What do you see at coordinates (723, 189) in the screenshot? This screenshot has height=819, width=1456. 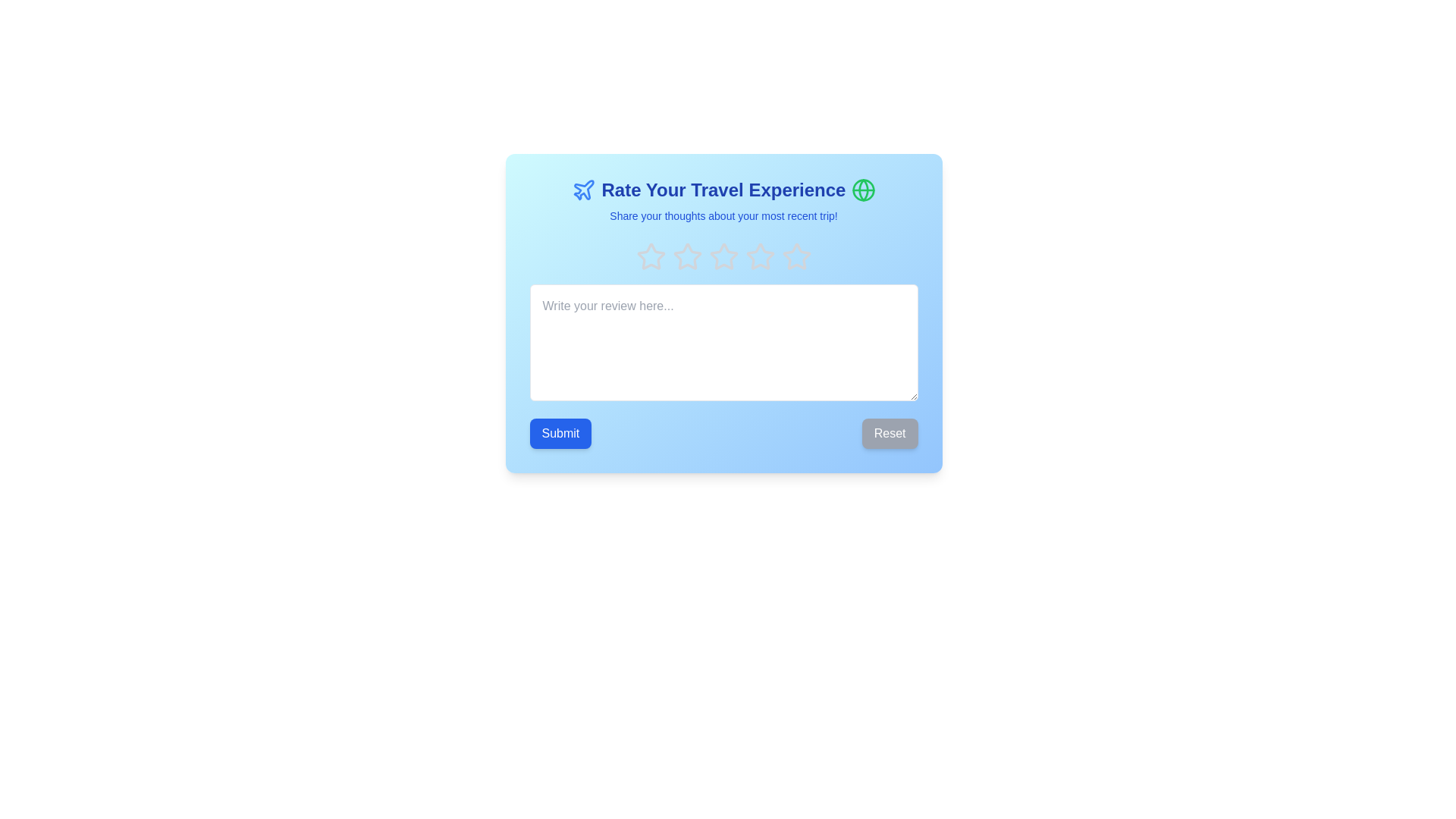 I see `the text label indicating the purpose of the form to rate the travel experience, which is located between an airplane icon and a globe icon at the top of the card-like structure` at bounding box center [723, 189].